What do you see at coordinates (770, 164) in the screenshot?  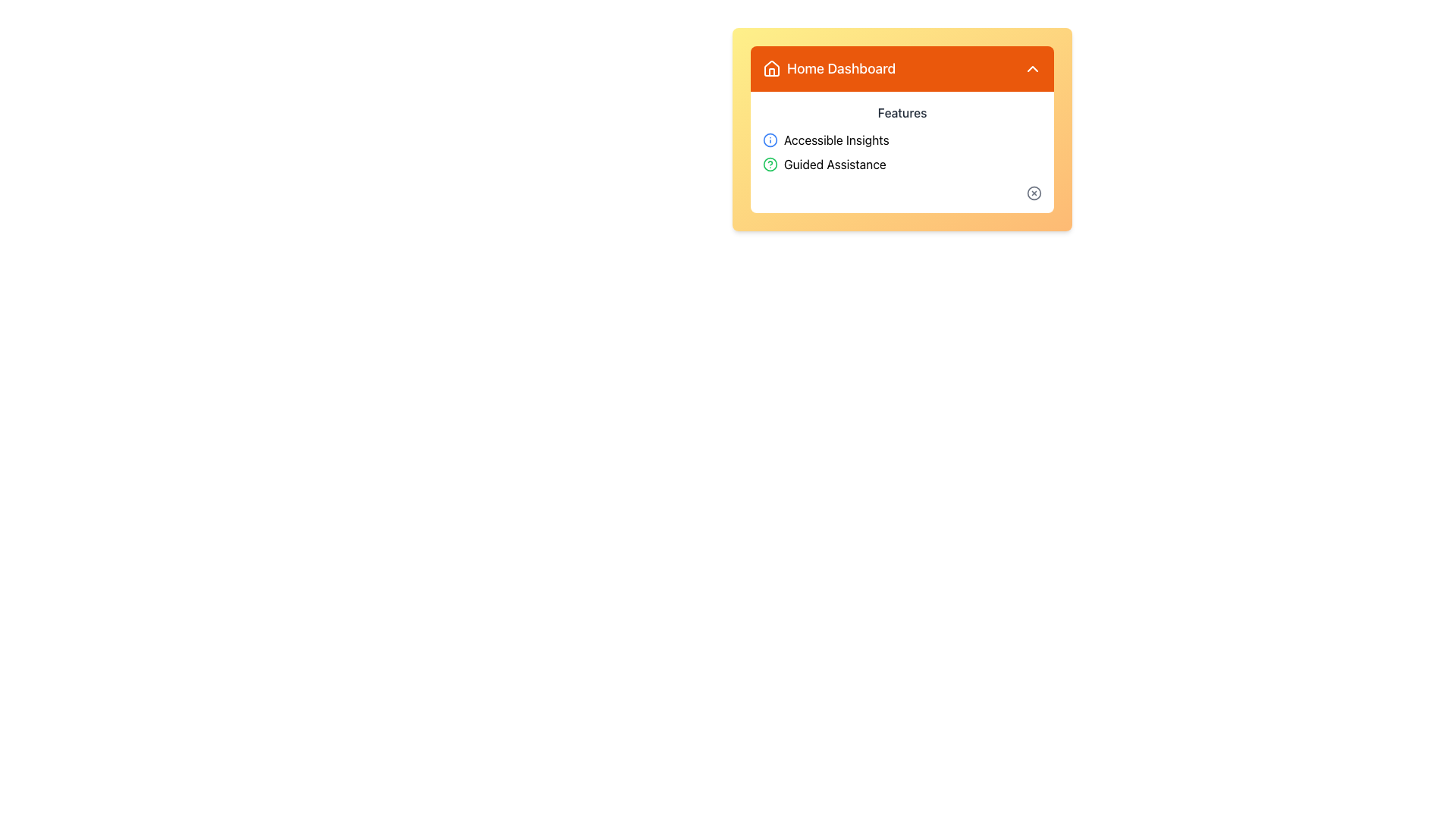 I see `the circular icon representing 'Guided Assistance' located under the 'Features' section of the 'Home Dashboard'` at bounding box center [770, 164].